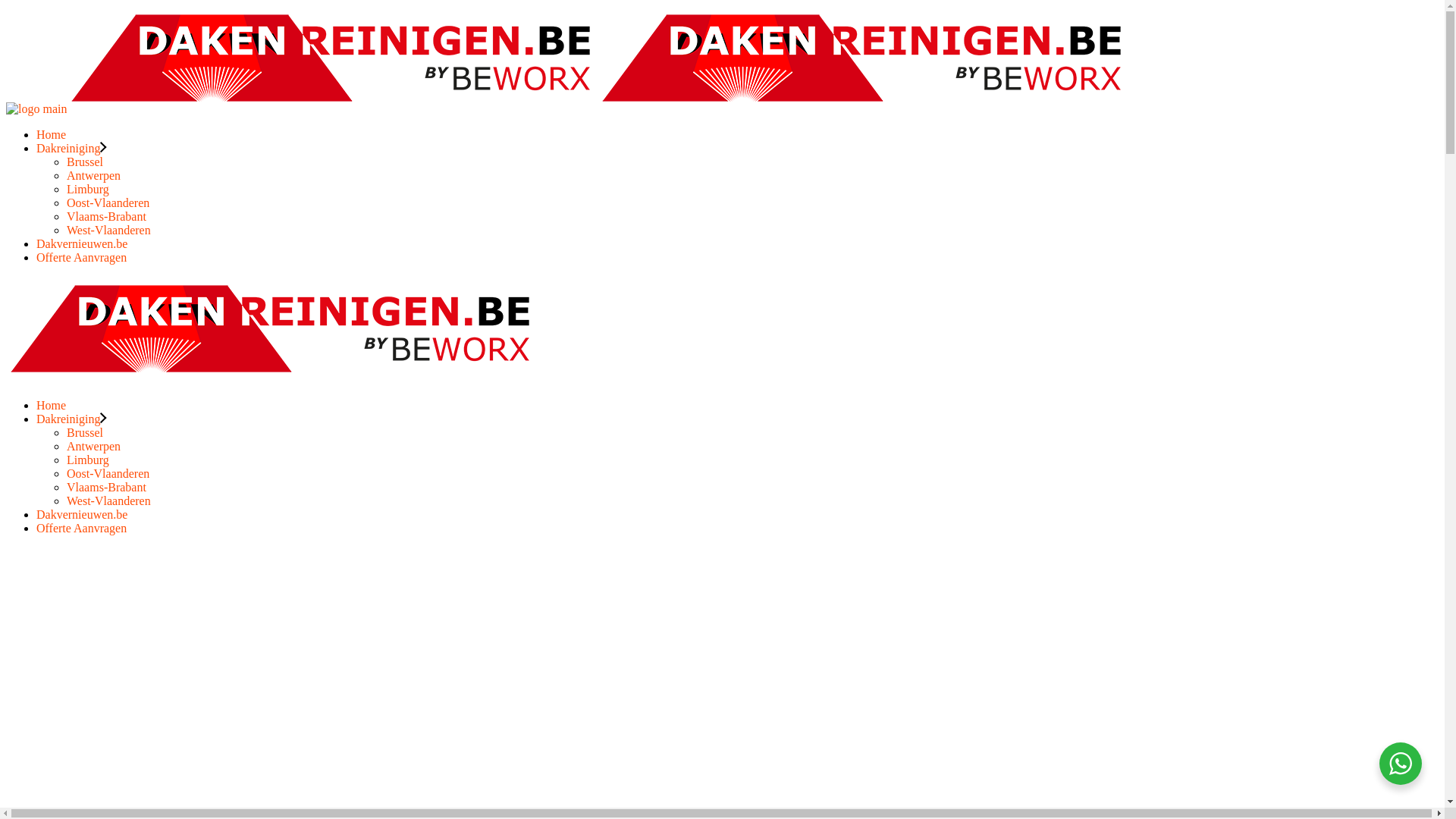 This screenshot has height=819, width=1456. Describe the element at coordinates (93, 445) in the screenshot. I see `'Antwerpen'` at that location.